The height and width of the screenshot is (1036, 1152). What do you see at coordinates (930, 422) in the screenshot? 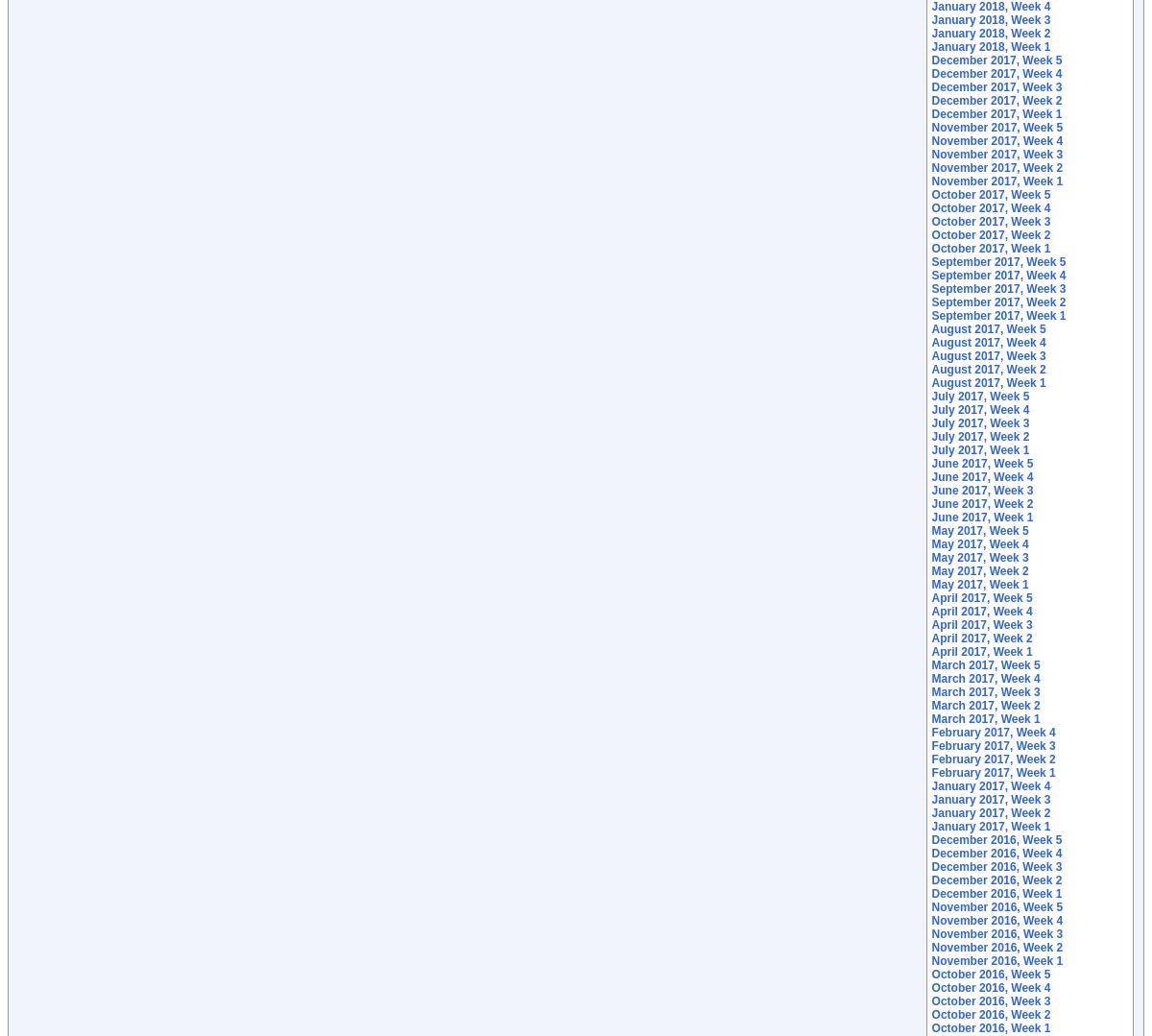
I see `'July 2017, Week 3'` at bounding box center [930, 422].